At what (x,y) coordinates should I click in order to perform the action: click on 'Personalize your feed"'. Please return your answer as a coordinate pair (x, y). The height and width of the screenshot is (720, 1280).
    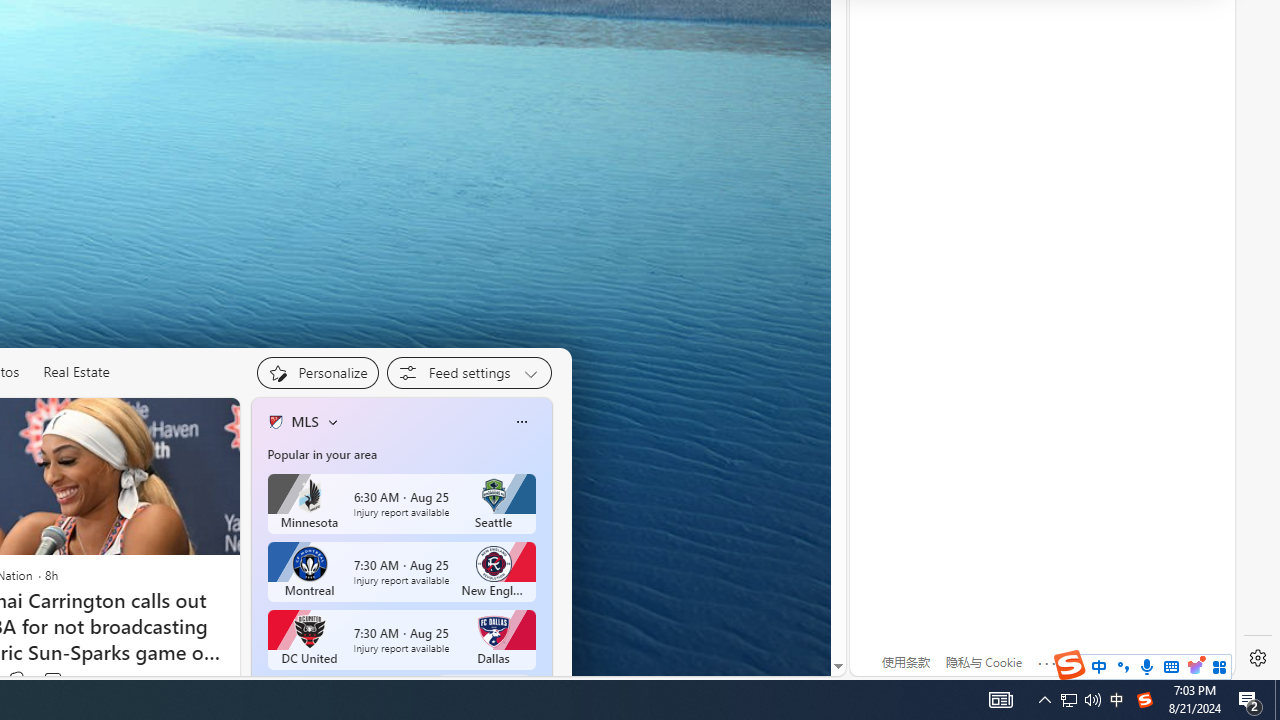
    Looking at the image, I should click on (316, 372).